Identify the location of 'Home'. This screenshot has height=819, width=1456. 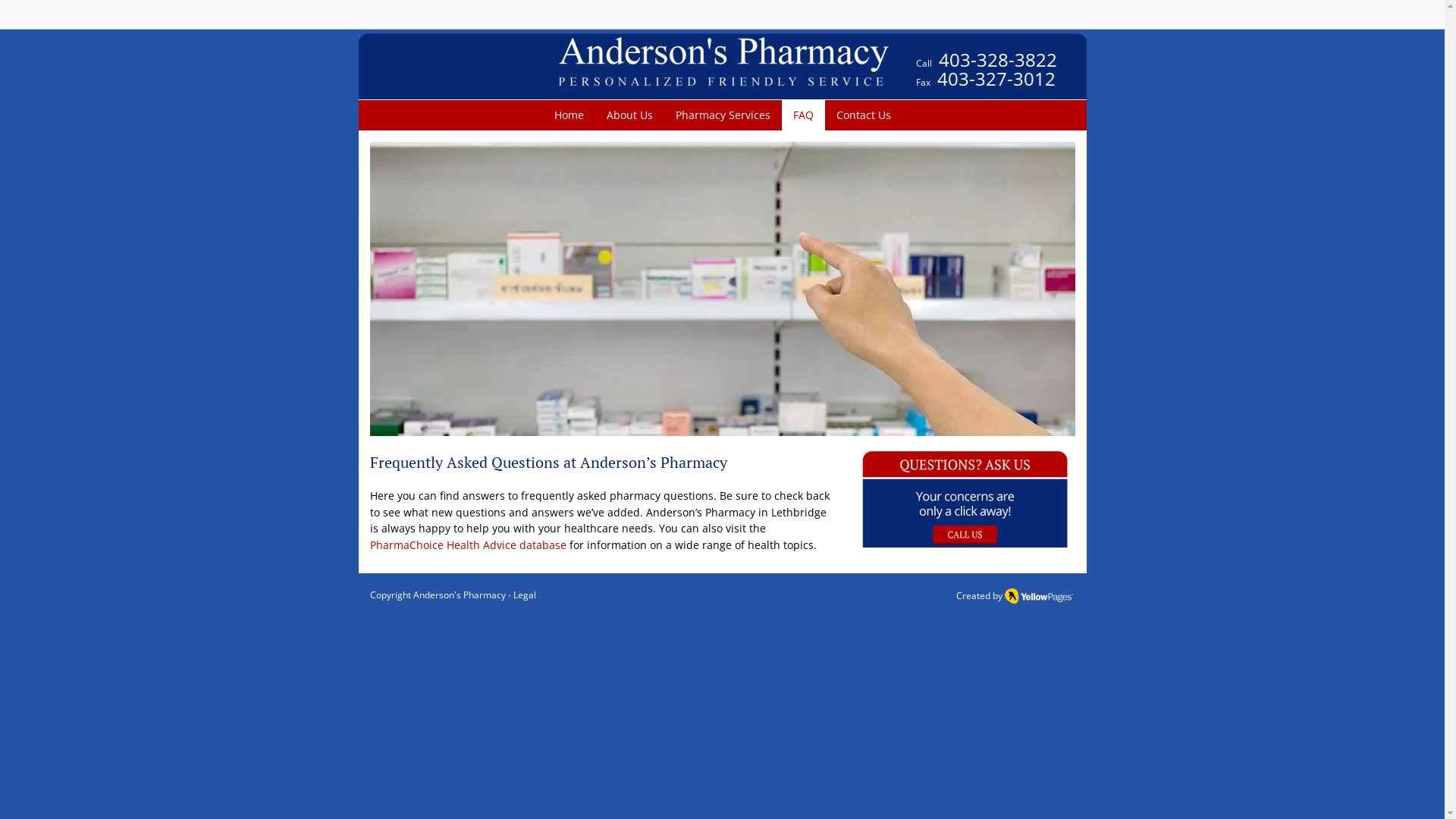
(568, 114).